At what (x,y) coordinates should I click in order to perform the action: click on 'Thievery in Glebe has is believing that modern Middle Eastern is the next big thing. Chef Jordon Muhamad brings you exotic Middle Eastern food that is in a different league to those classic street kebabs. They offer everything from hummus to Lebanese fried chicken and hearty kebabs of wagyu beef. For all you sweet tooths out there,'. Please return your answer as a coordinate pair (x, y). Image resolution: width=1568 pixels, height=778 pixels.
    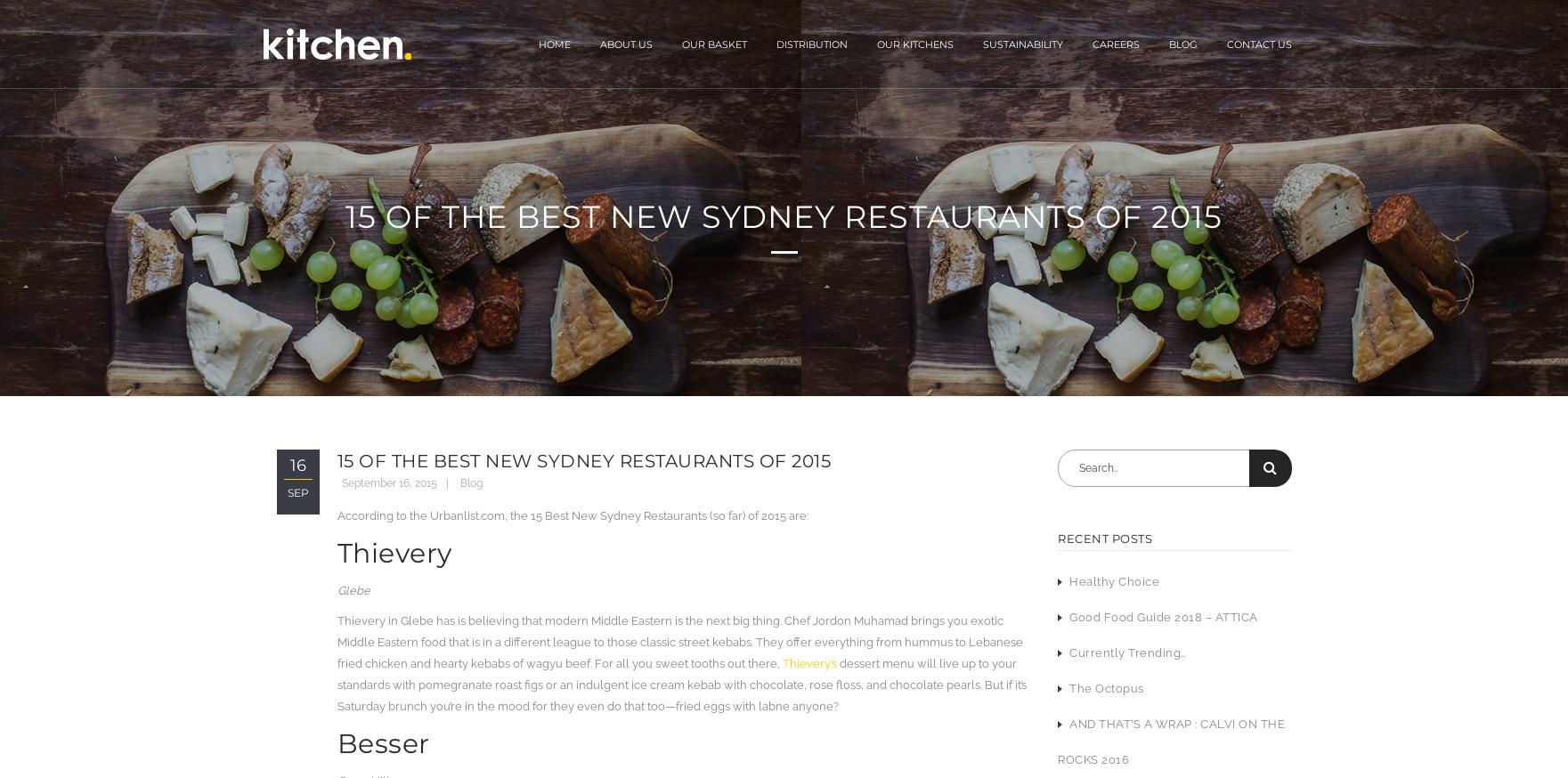
    Looking at the image, I should click on (336, 642).